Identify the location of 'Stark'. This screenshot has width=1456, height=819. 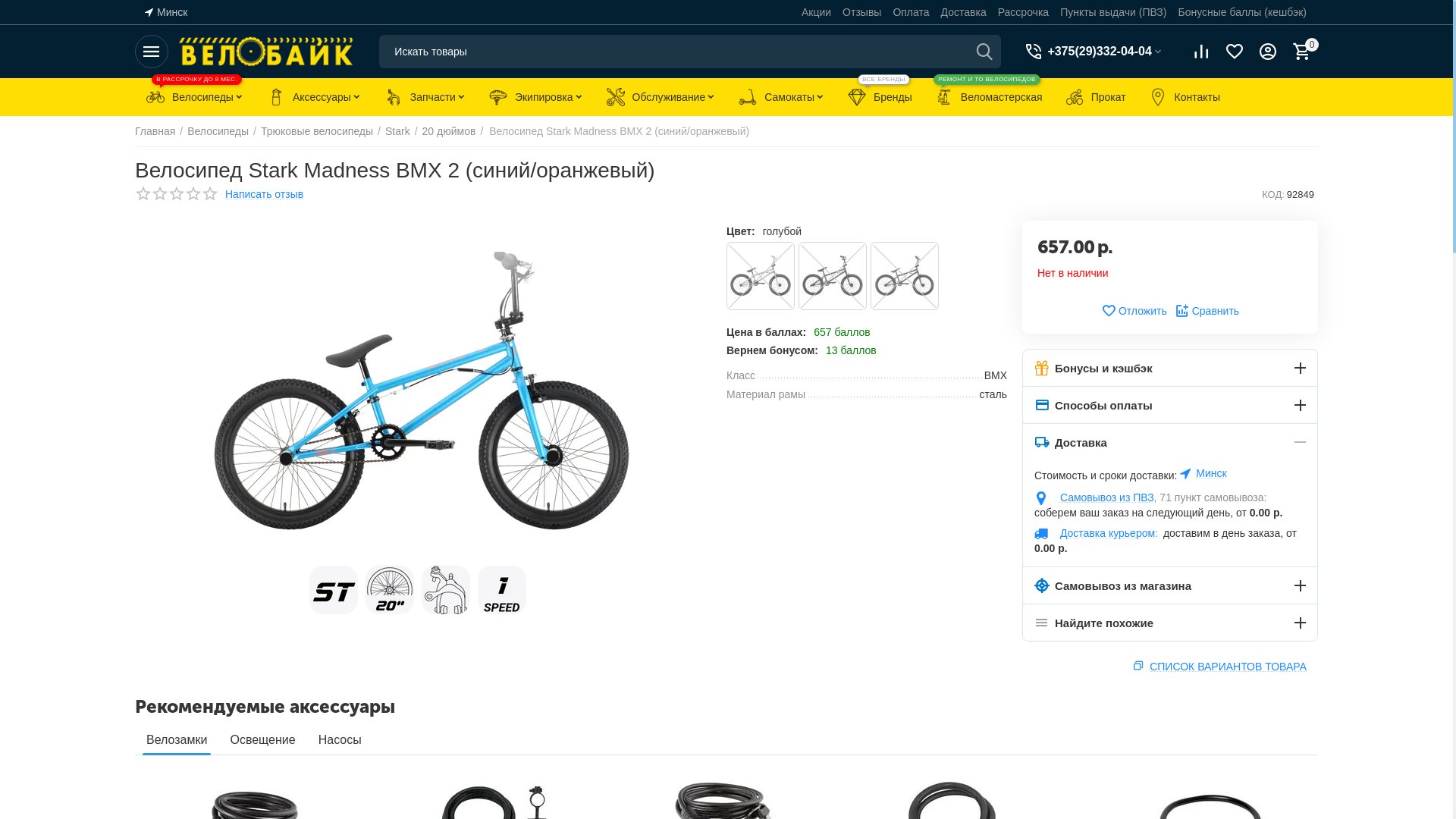
(397, 130).